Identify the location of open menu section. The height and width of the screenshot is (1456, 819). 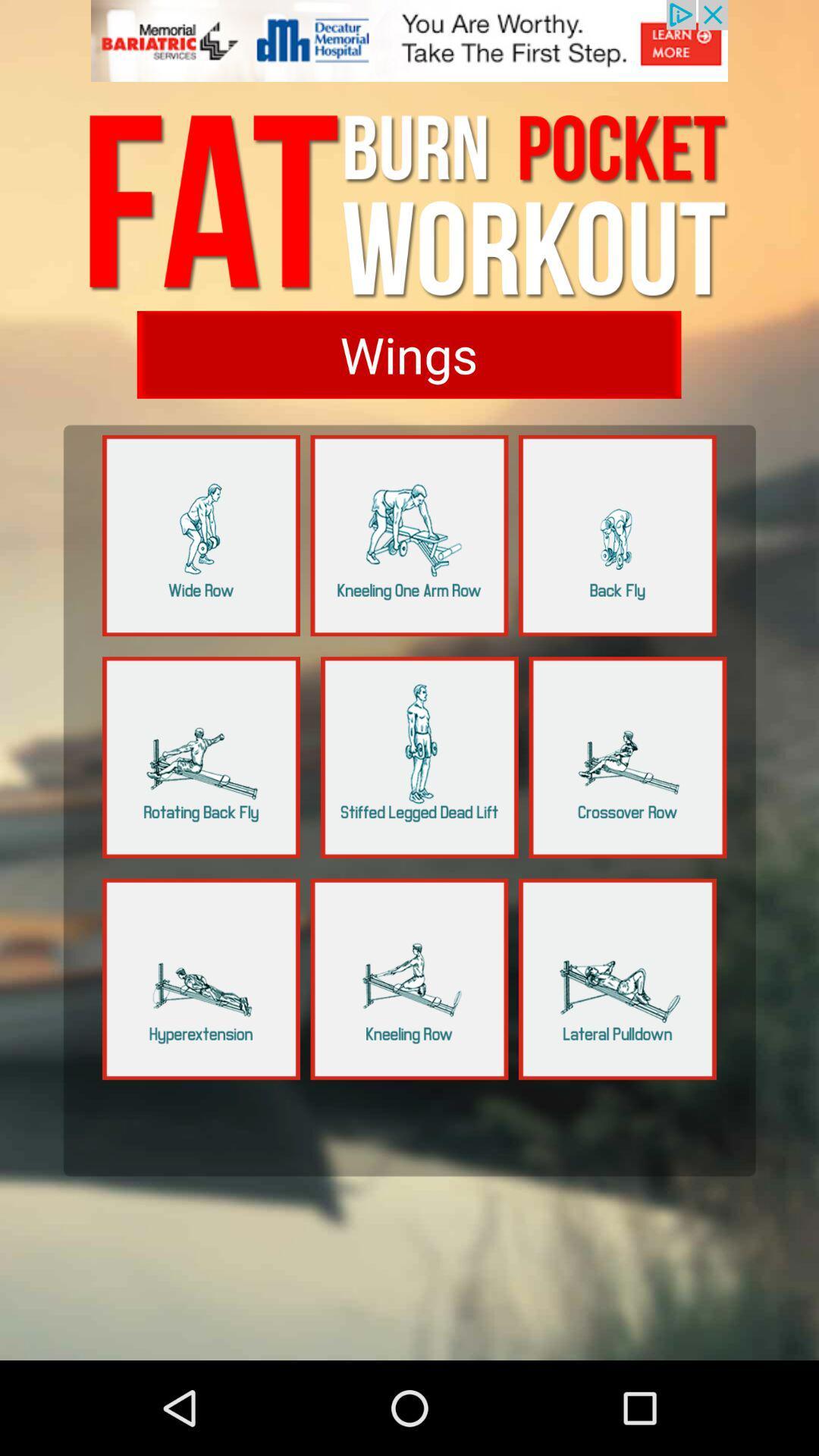
(409, 535).